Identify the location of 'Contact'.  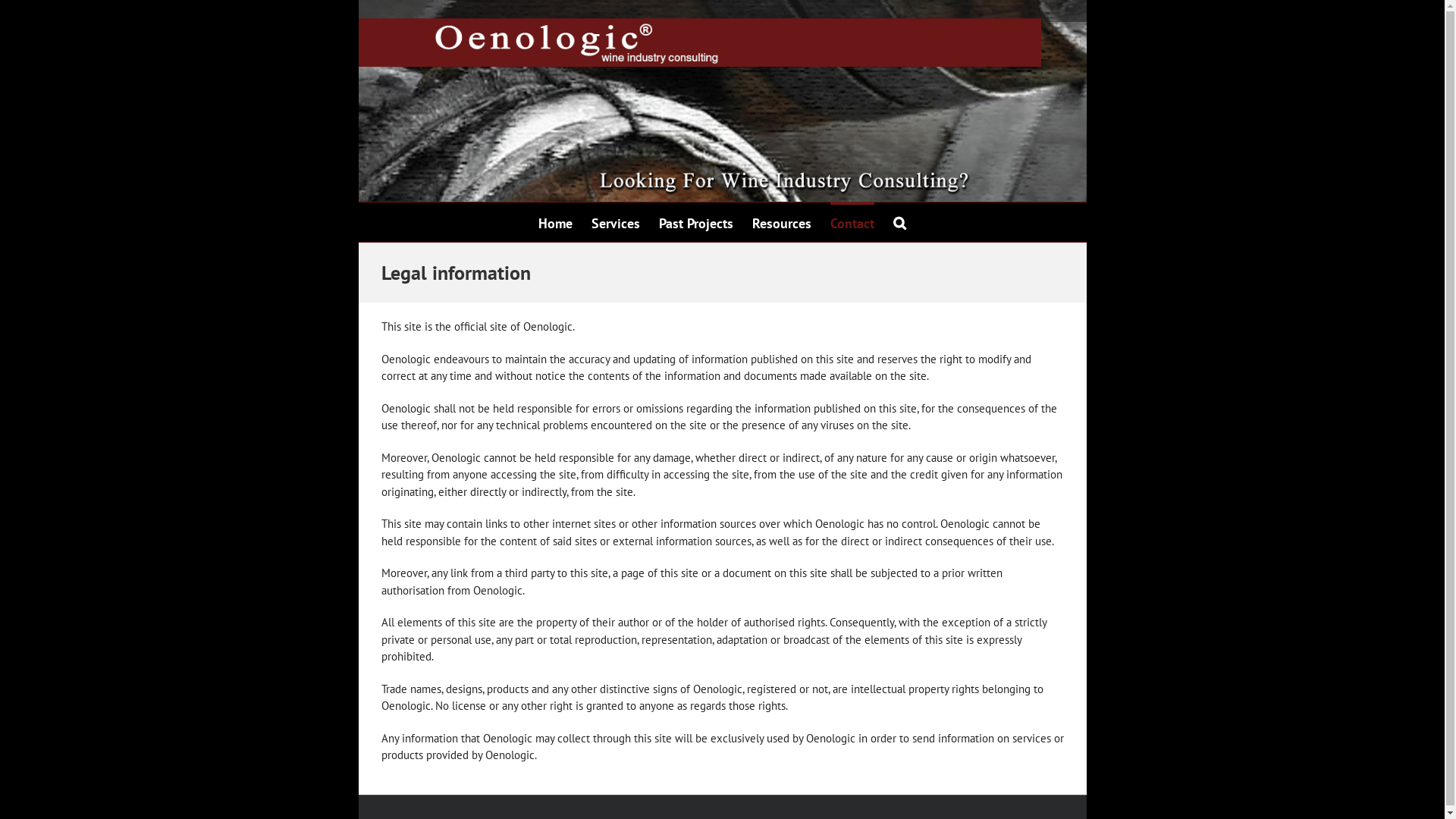
(852, 222).